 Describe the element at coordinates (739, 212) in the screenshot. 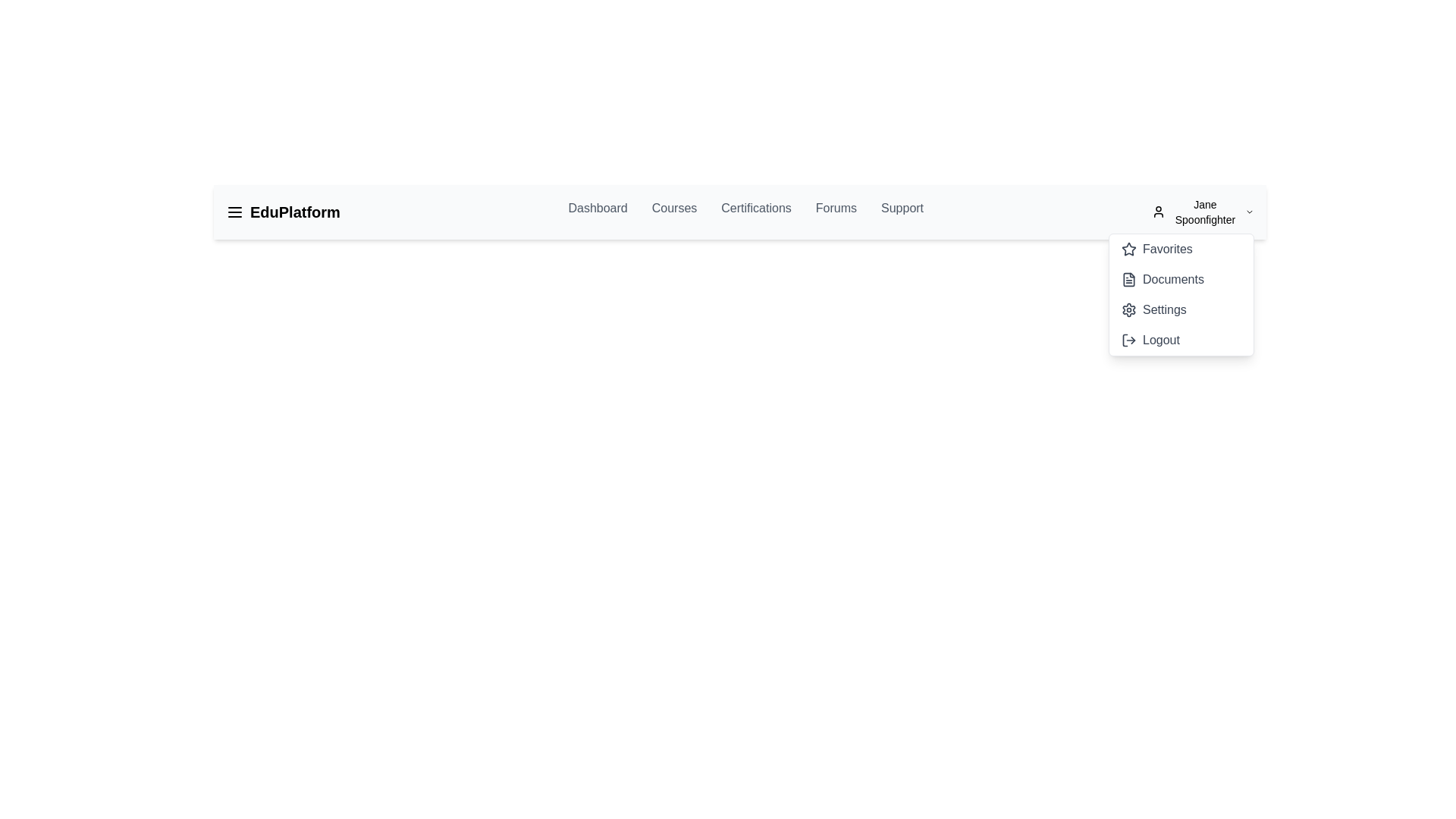

I see `the third item in the horizontal navigation bar, which is labeled 'Certifications'` at that location.